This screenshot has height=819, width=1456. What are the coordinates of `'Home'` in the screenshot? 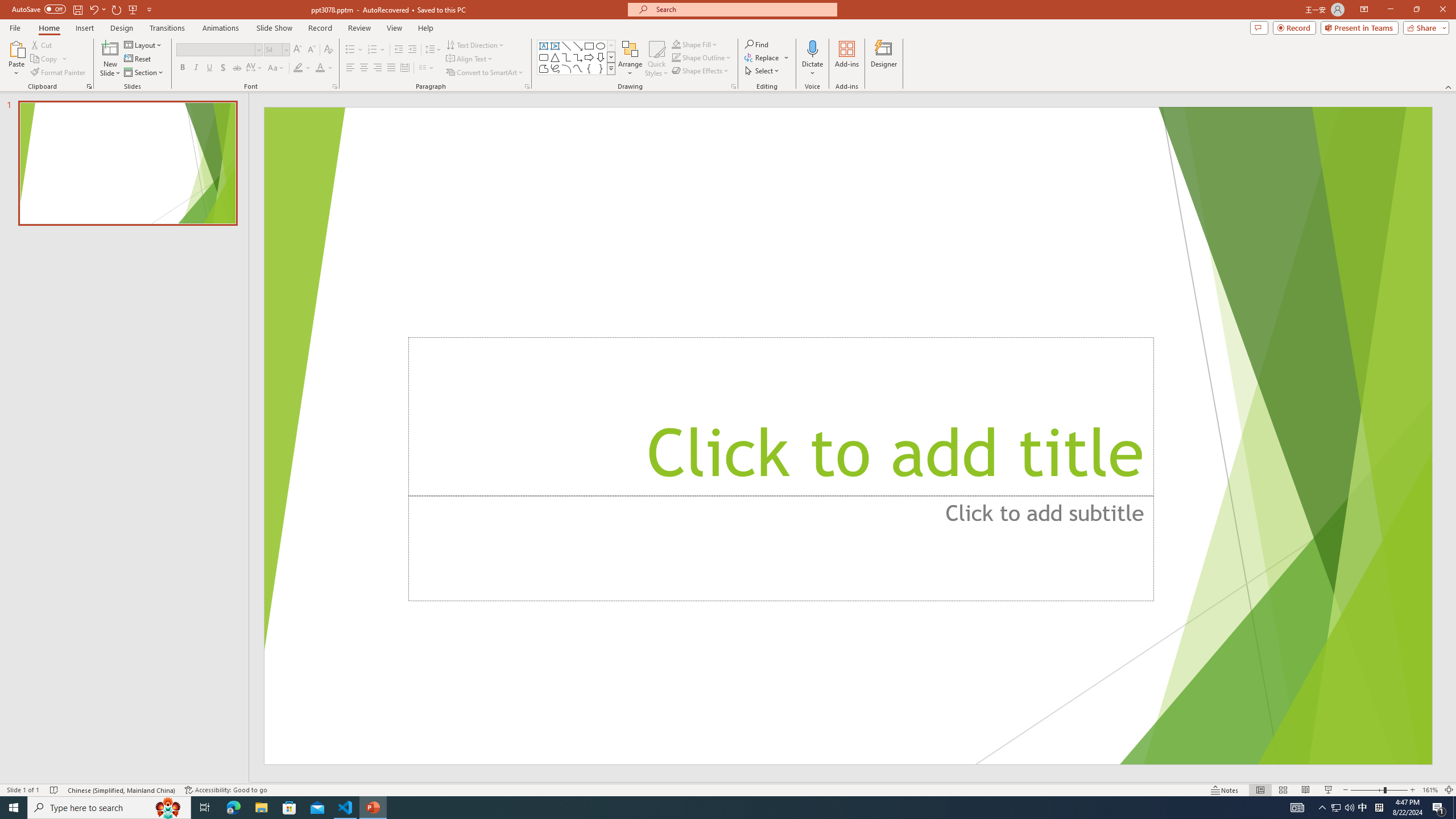 It's located at (48, 28).